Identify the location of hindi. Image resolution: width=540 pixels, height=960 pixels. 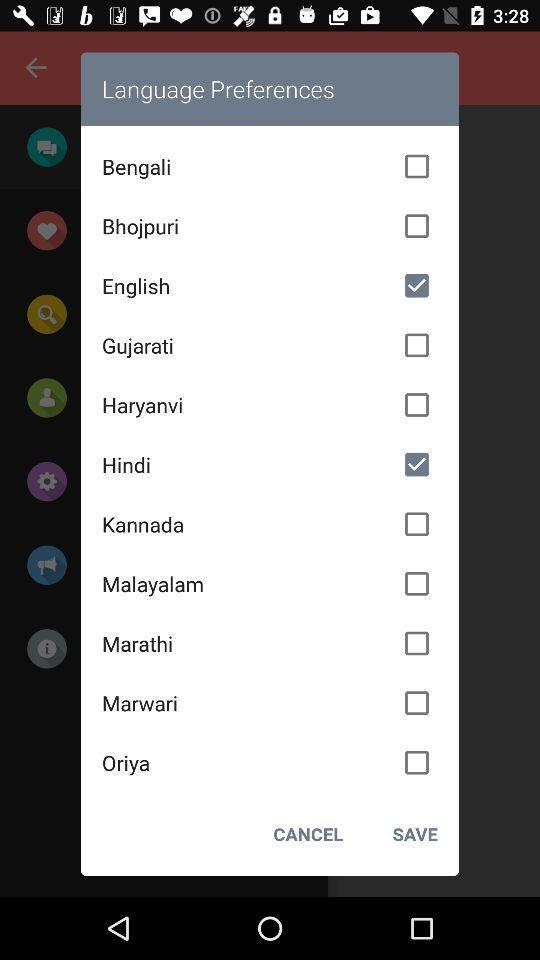
(270, 464).